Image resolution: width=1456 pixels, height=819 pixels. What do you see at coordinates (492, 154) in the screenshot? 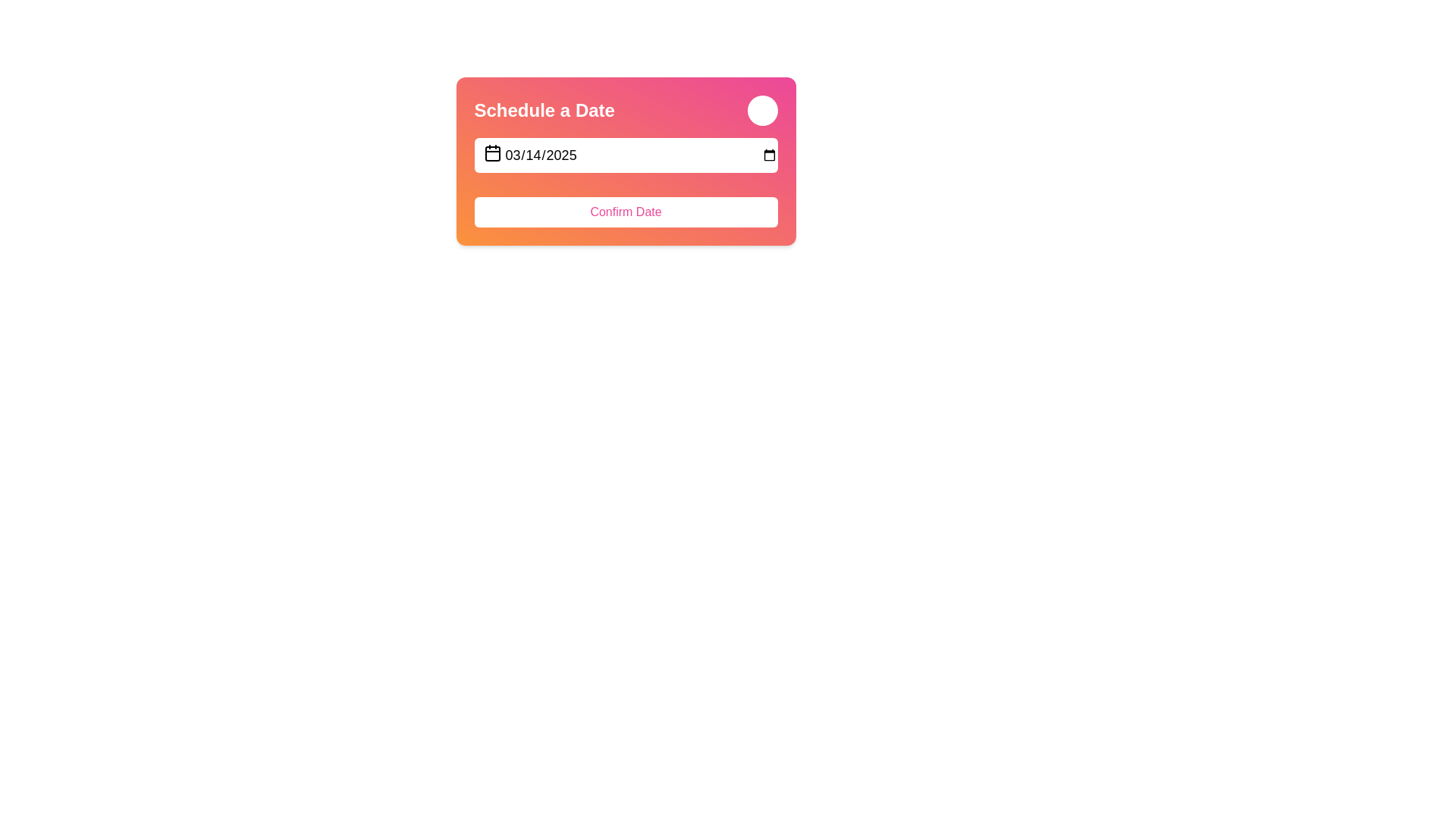
I see `the decorative graphic that is part of the calendar icon located to the left side of the date input field under the title 'Schedule a Date'` at bounding box center [492, 154].